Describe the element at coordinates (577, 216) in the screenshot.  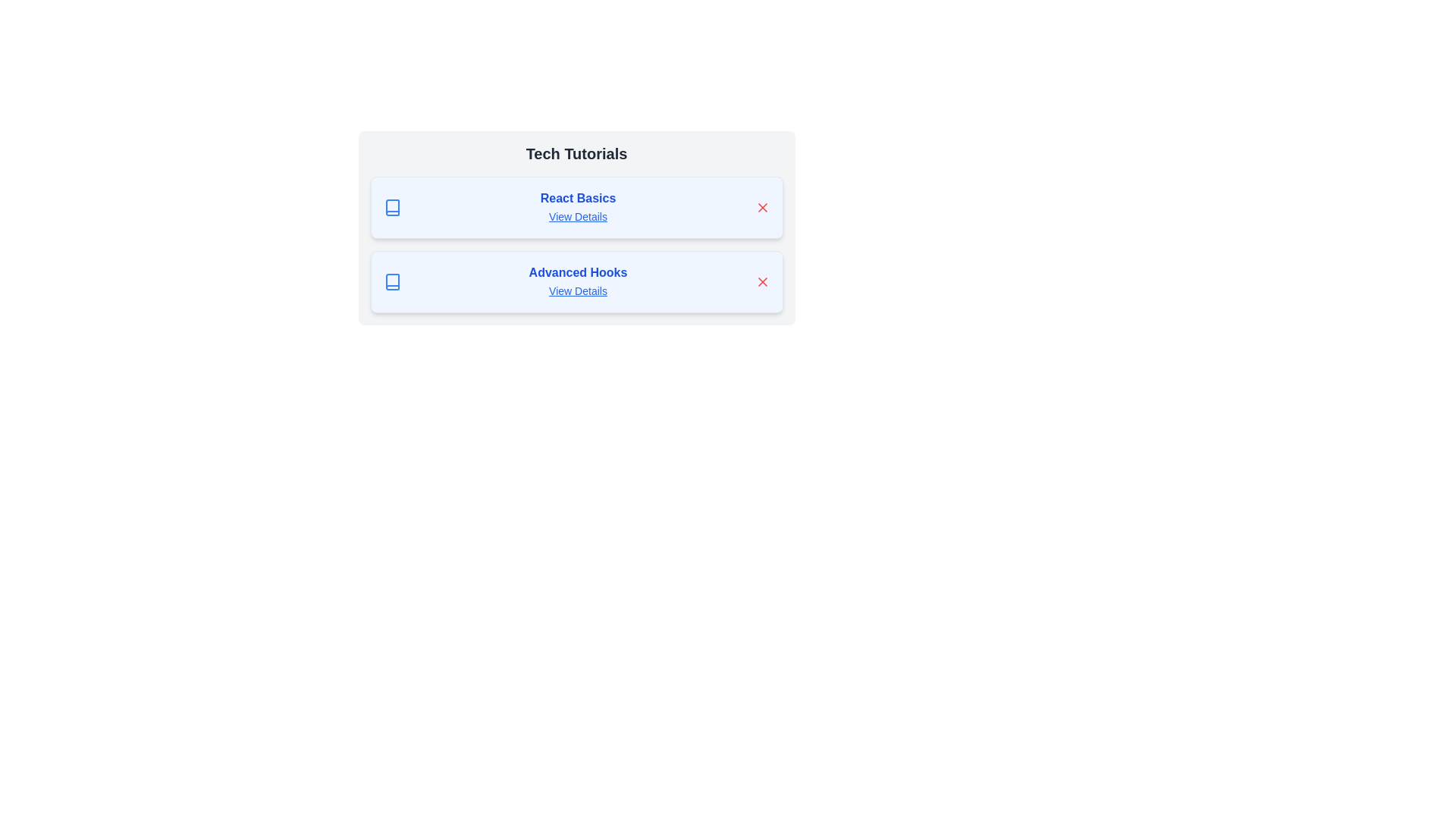
I see `the 'View Details' button for the chip labeled 'React Basics'` at that location.